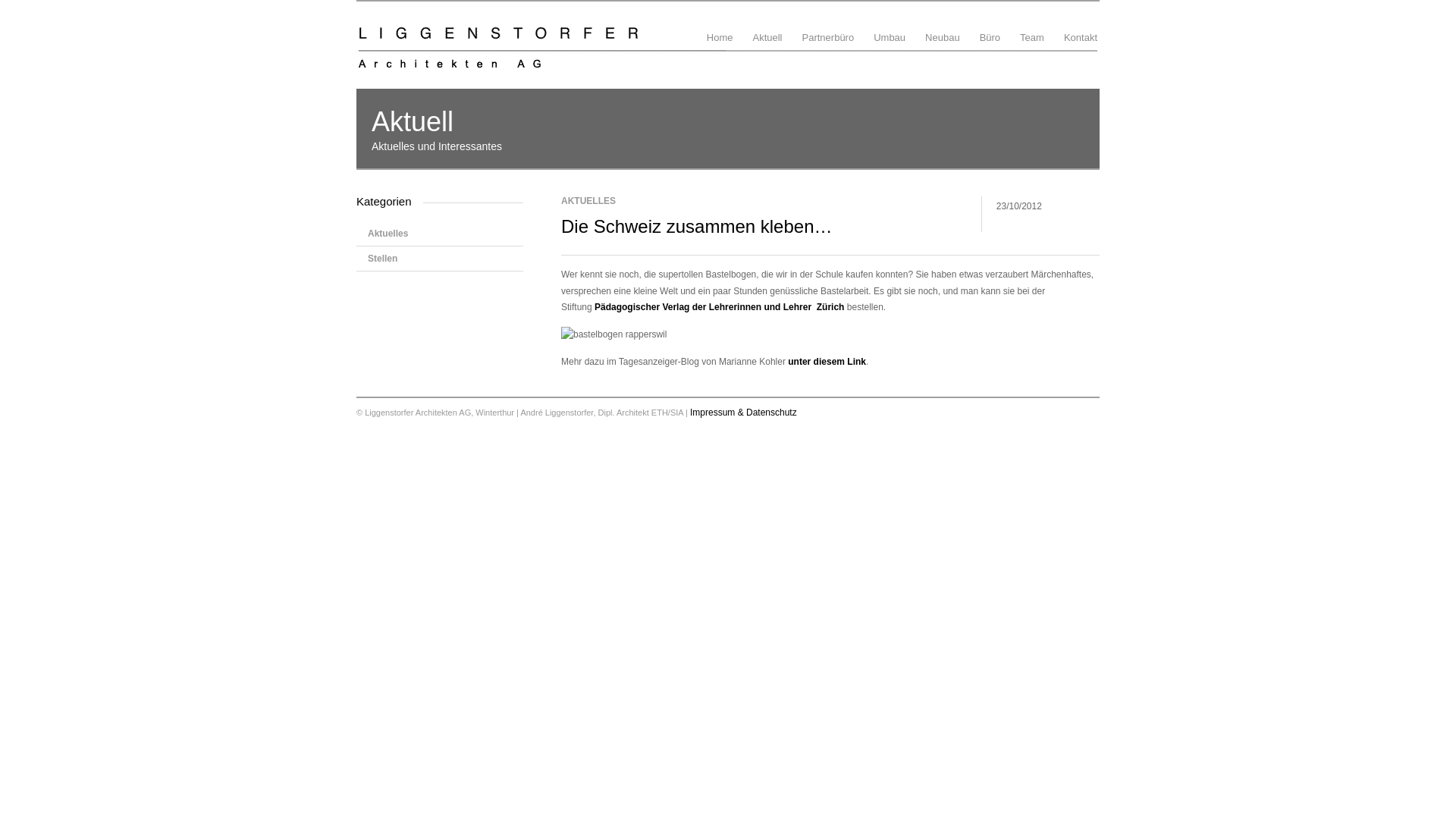  What do you see at coordinates (942, 25) in the screenshot?
I see `'Neubau'` at bounding box center [942, 25].